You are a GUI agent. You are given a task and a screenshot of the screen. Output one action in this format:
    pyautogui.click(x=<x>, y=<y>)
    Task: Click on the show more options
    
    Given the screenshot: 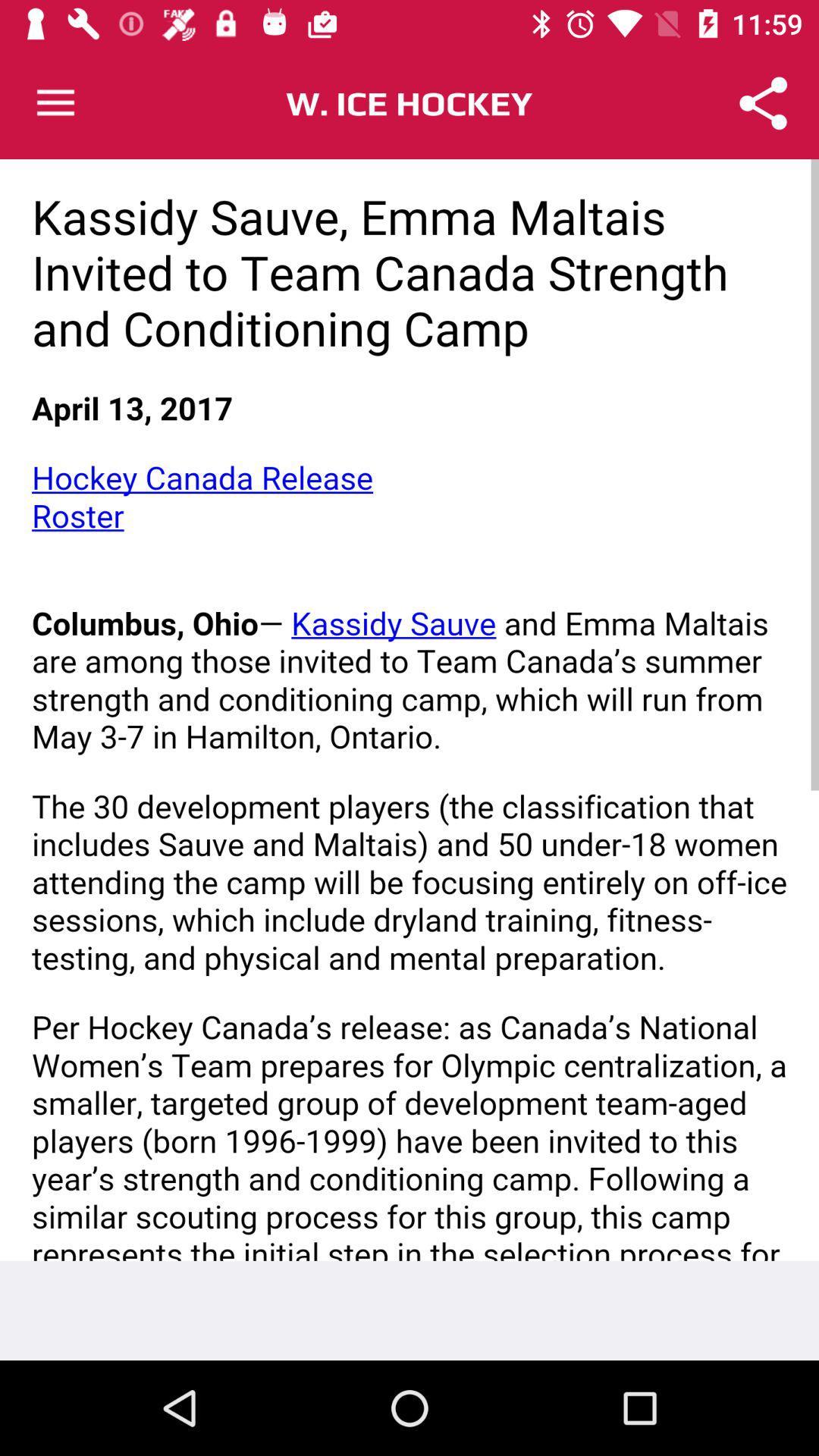 What is the action you would take?
    pyautogui.click(x=55, y=102)
    